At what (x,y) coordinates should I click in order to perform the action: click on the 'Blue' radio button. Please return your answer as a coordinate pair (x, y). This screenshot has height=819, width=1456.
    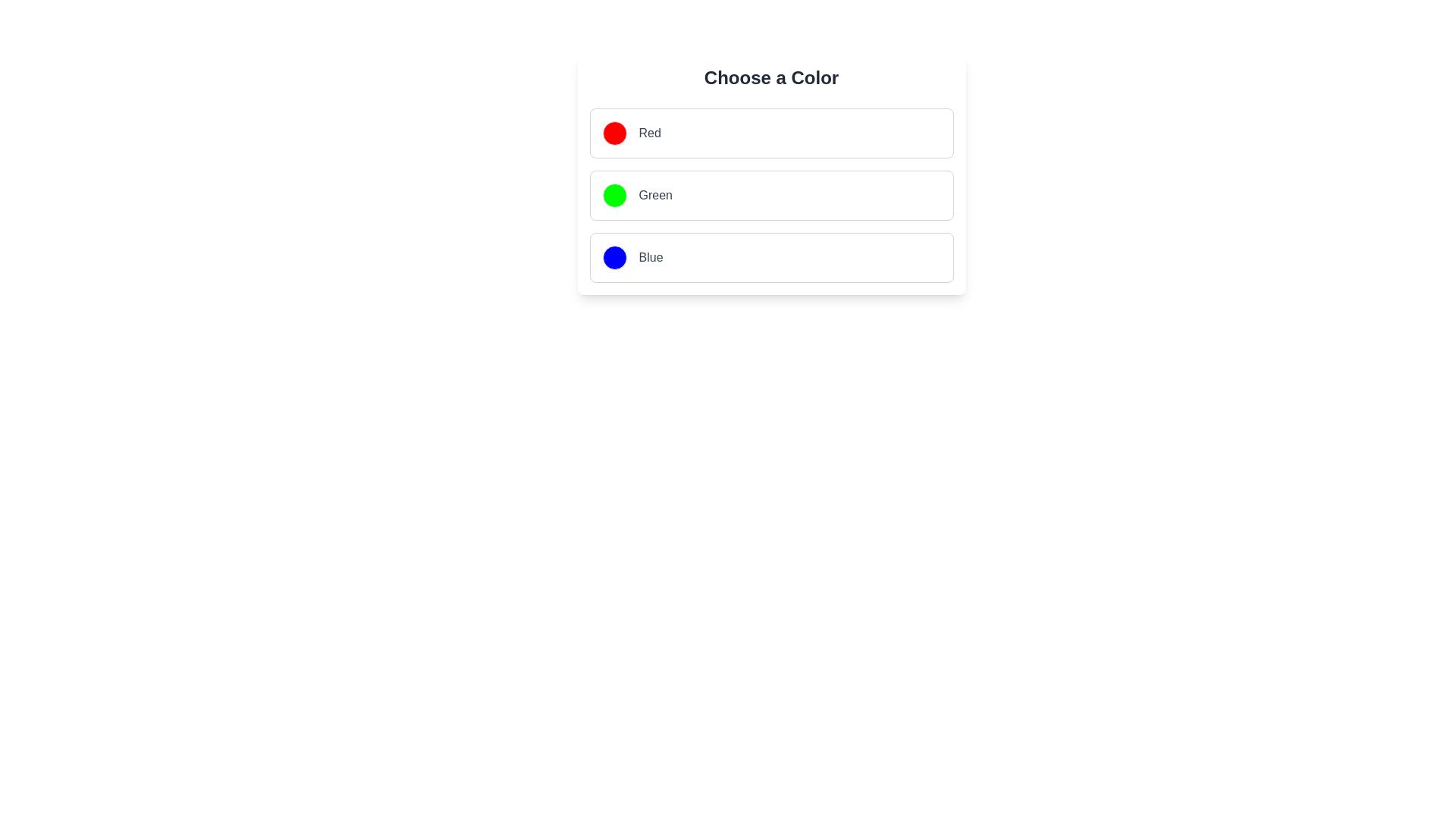
    Looking at the image, I should click on (771, 256).